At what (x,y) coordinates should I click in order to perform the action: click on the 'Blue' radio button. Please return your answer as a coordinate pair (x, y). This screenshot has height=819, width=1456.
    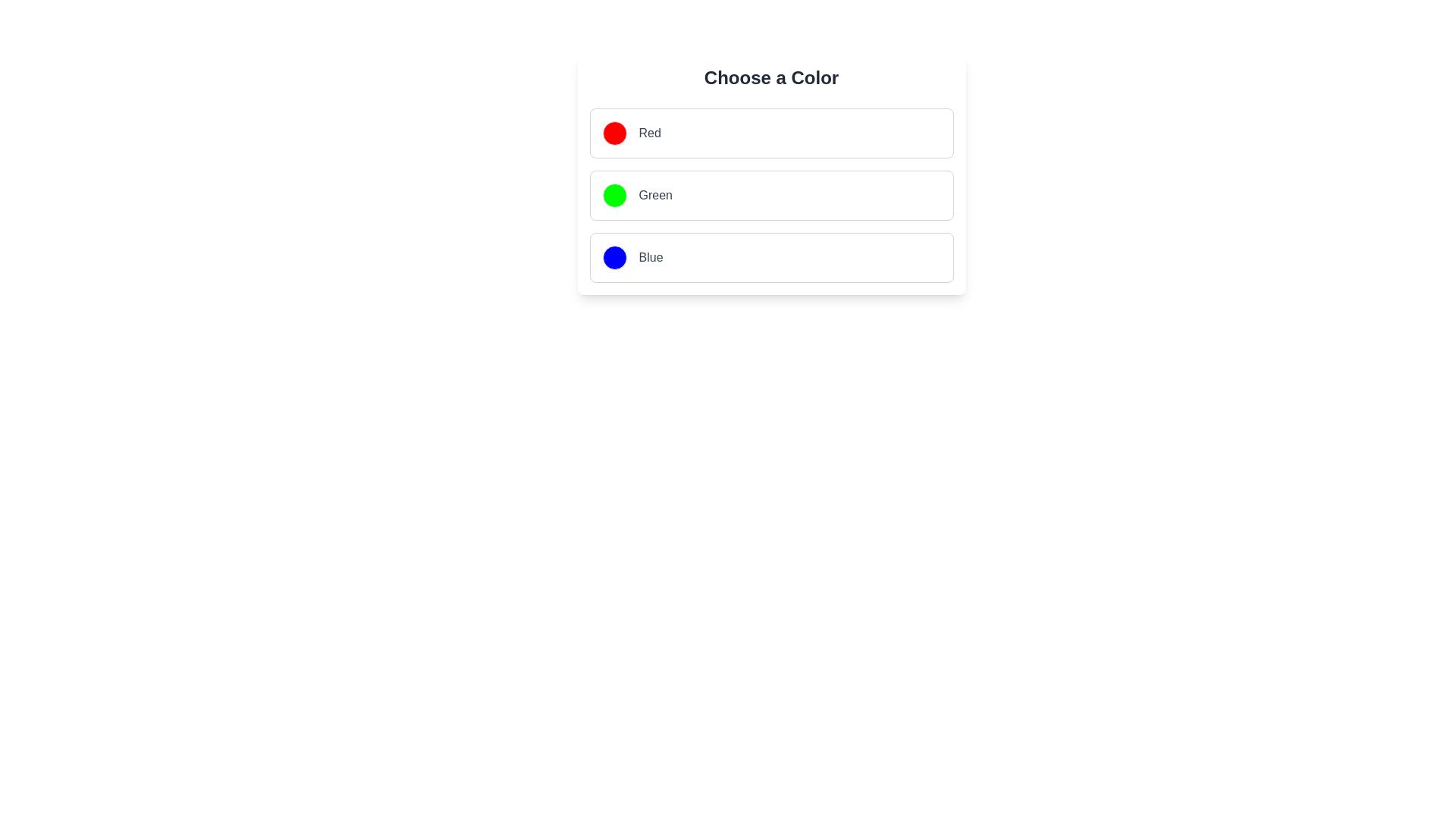
    Looking at the image, I should click on (771, 256).